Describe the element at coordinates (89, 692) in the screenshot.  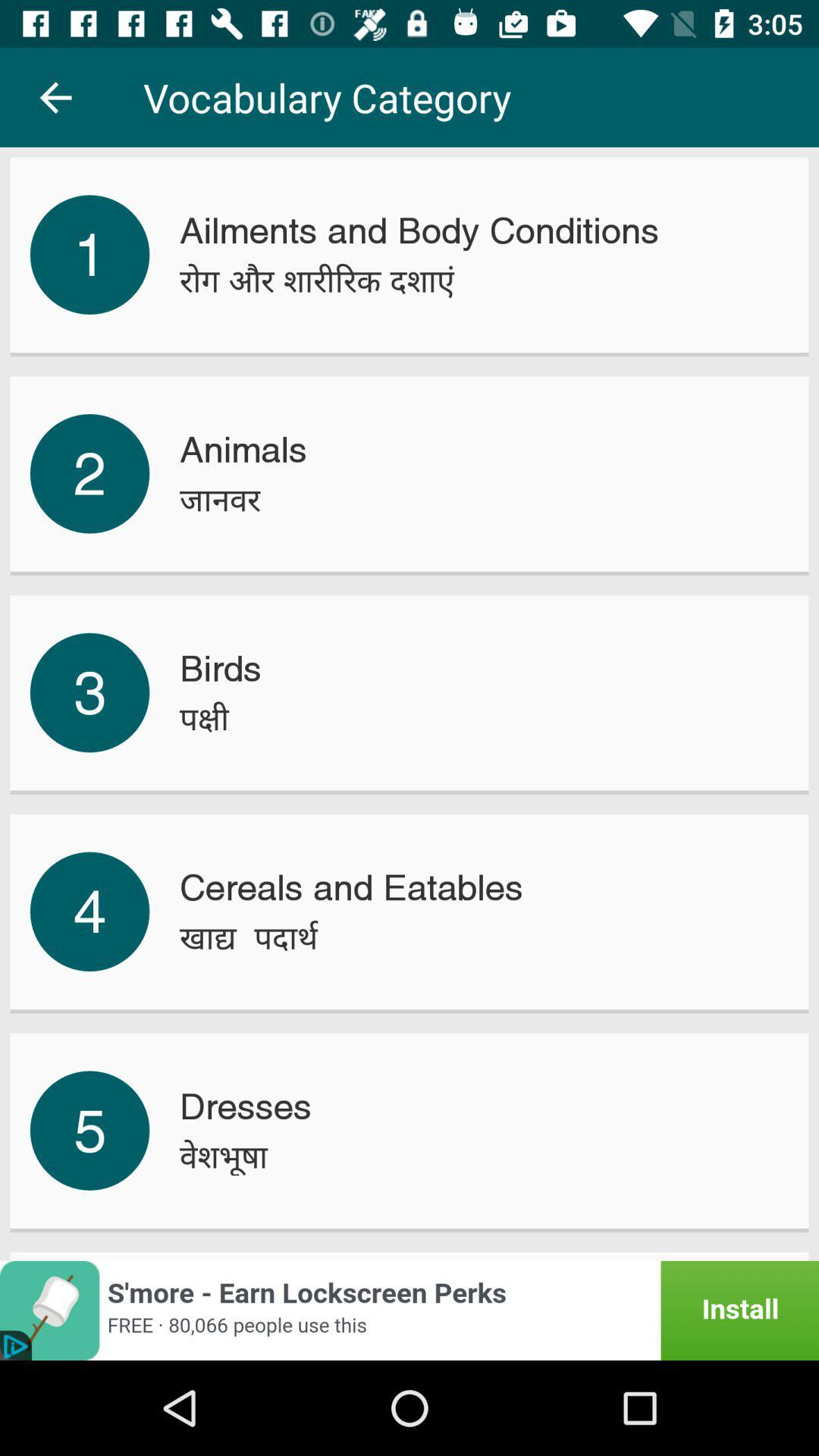
I see `the icon above 4` at that location.